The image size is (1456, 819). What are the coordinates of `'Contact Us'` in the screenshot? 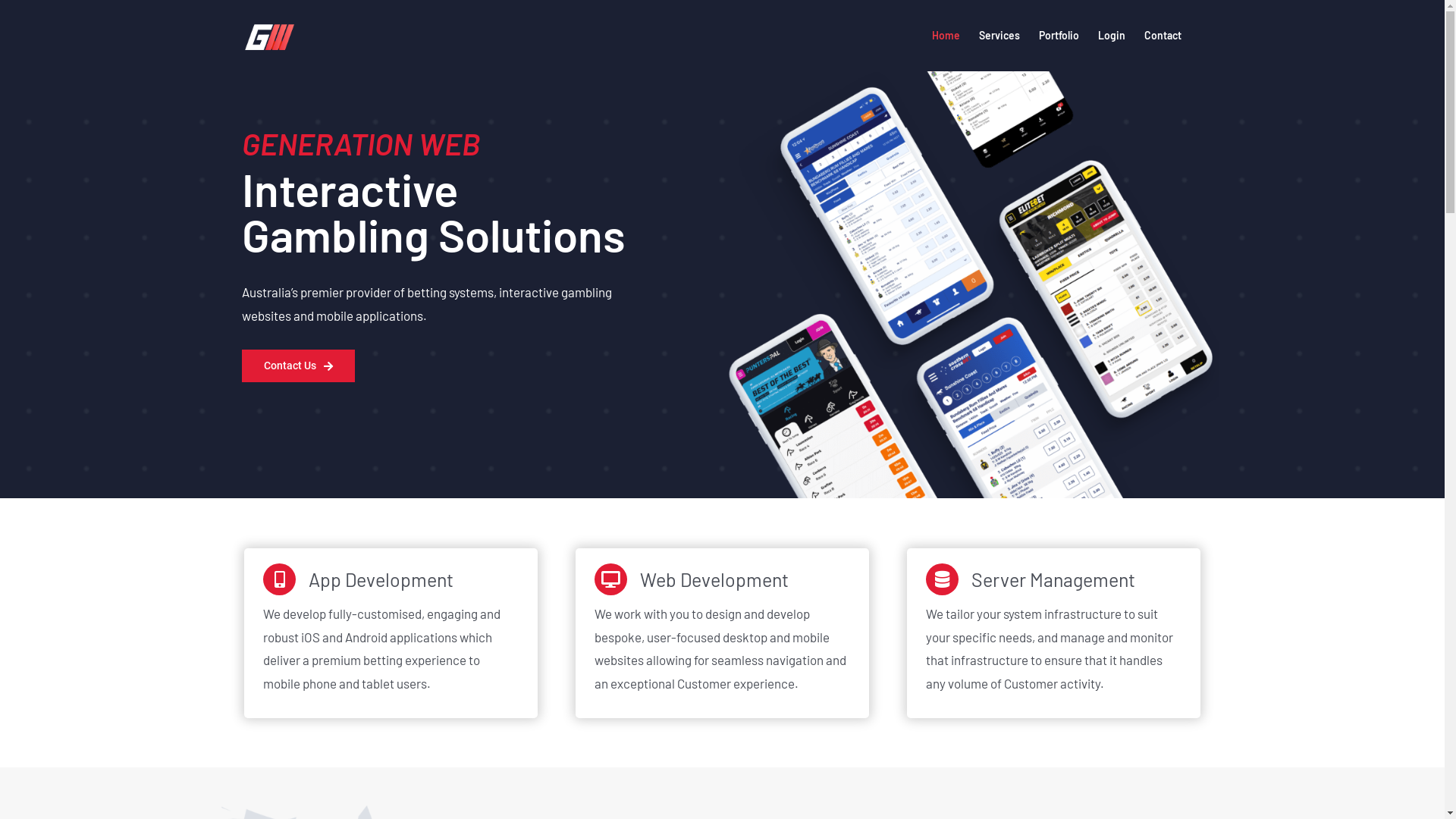 It's located at (298, 366).